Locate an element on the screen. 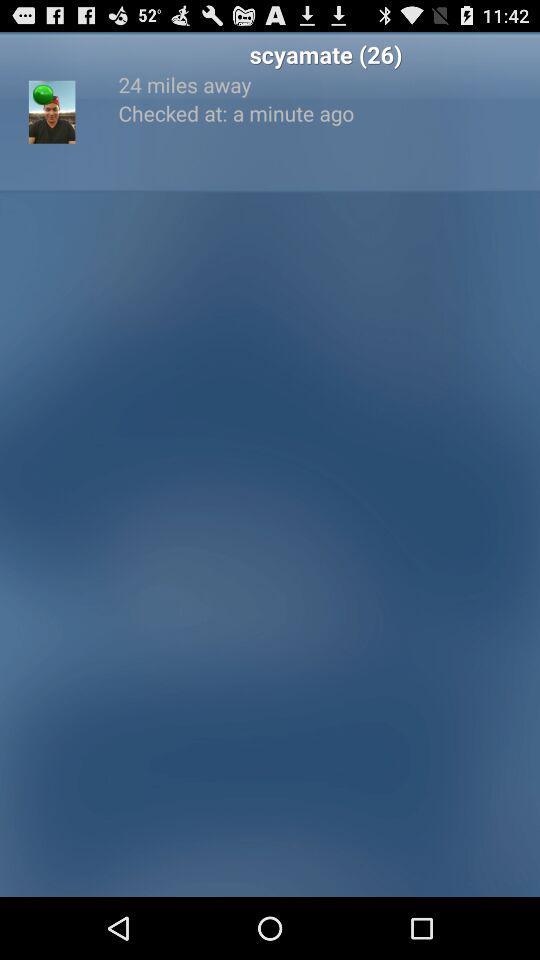 The height and width of the screenshot is (960, 540). the 24 miles away is located at coordinates (325, 84).